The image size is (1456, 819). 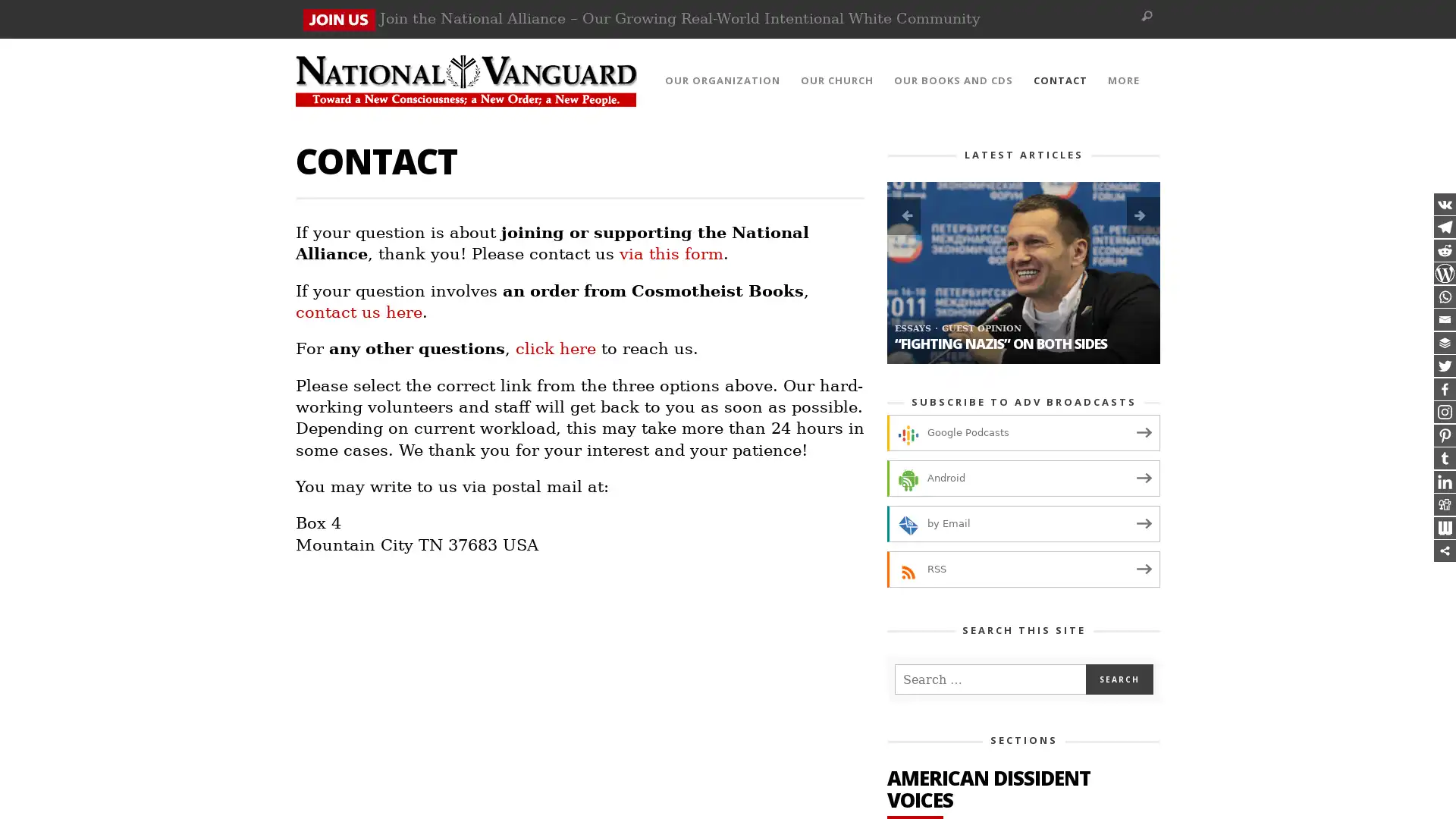 I want to click on Search, so click(x=1119, y=678).